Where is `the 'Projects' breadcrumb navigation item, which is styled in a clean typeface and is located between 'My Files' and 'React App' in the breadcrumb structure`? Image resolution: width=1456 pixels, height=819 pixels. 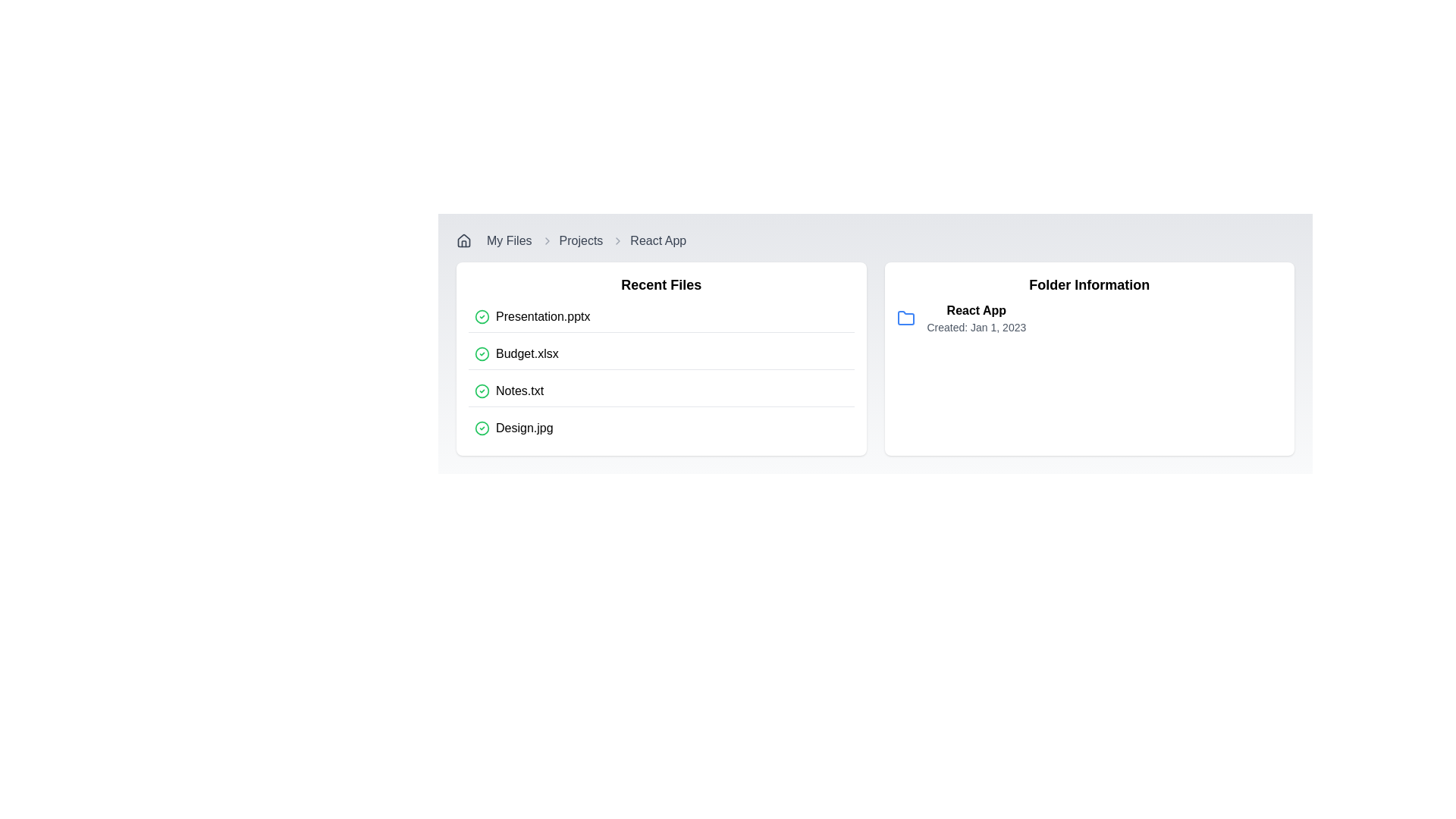
the 'Projects' breadcrumb navigation item, which is styled in a clean typeface and is located between 'My Files' and 'React App' in the breadcrumb structure is located at coordinates (571, 240).